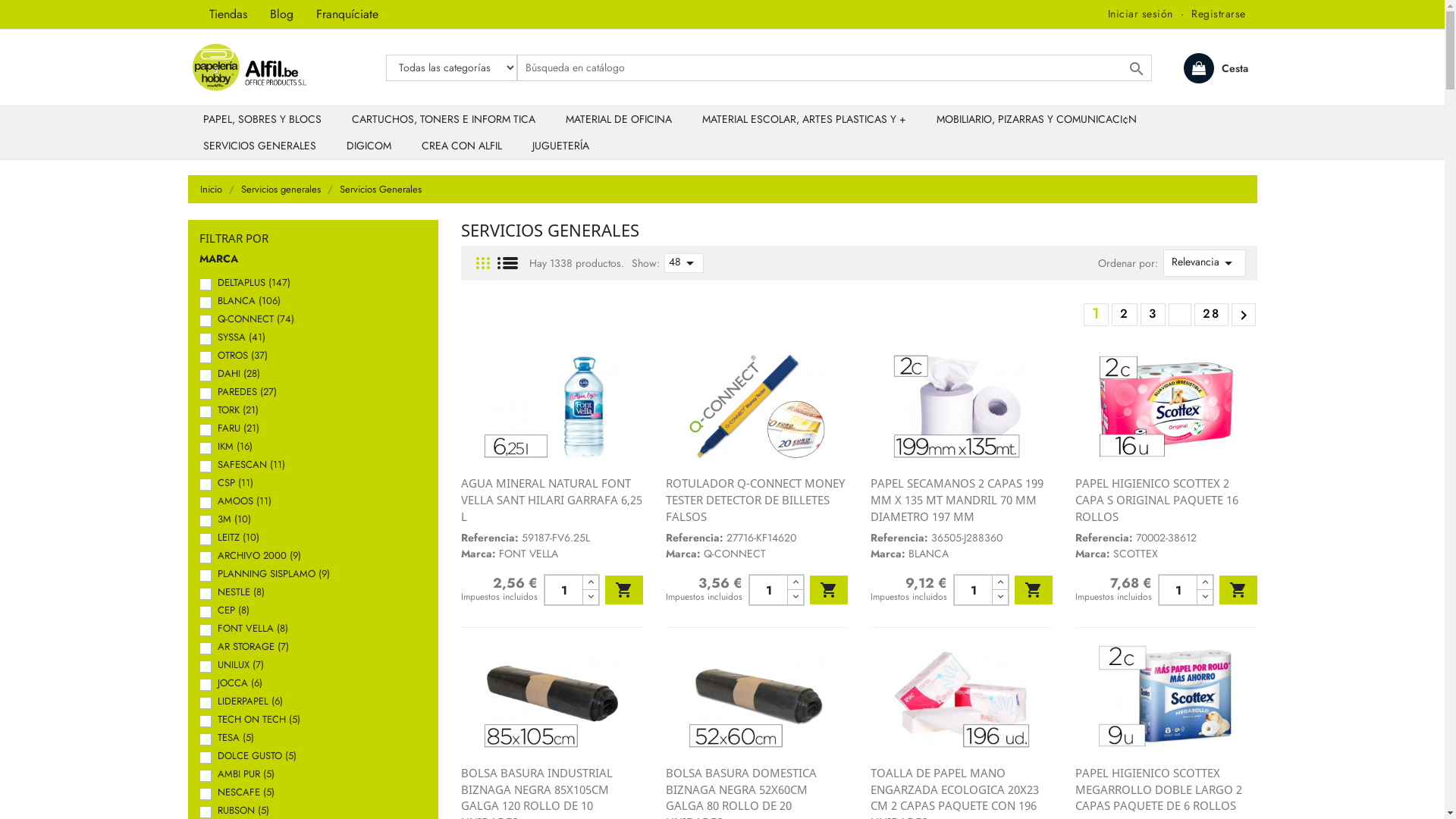 The image size is (1456, 819). Describe the element at coordinates (461, 146) in the screenshot. I see `'CREA CON ALFIL'` at that location.